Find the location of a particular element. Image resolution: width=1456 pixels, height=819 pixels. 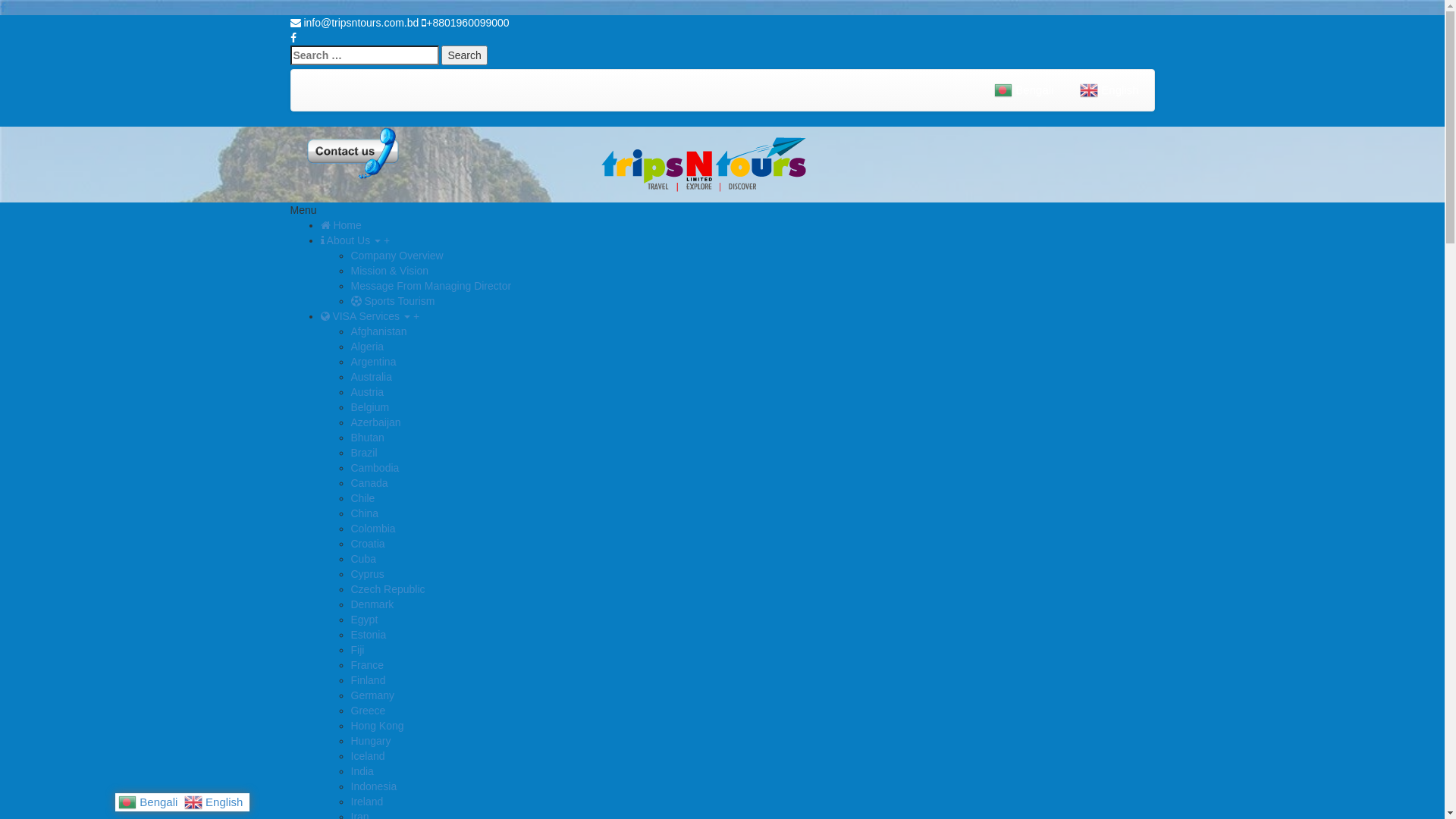

'+8801960099000' is located at coordinates (464, 23).